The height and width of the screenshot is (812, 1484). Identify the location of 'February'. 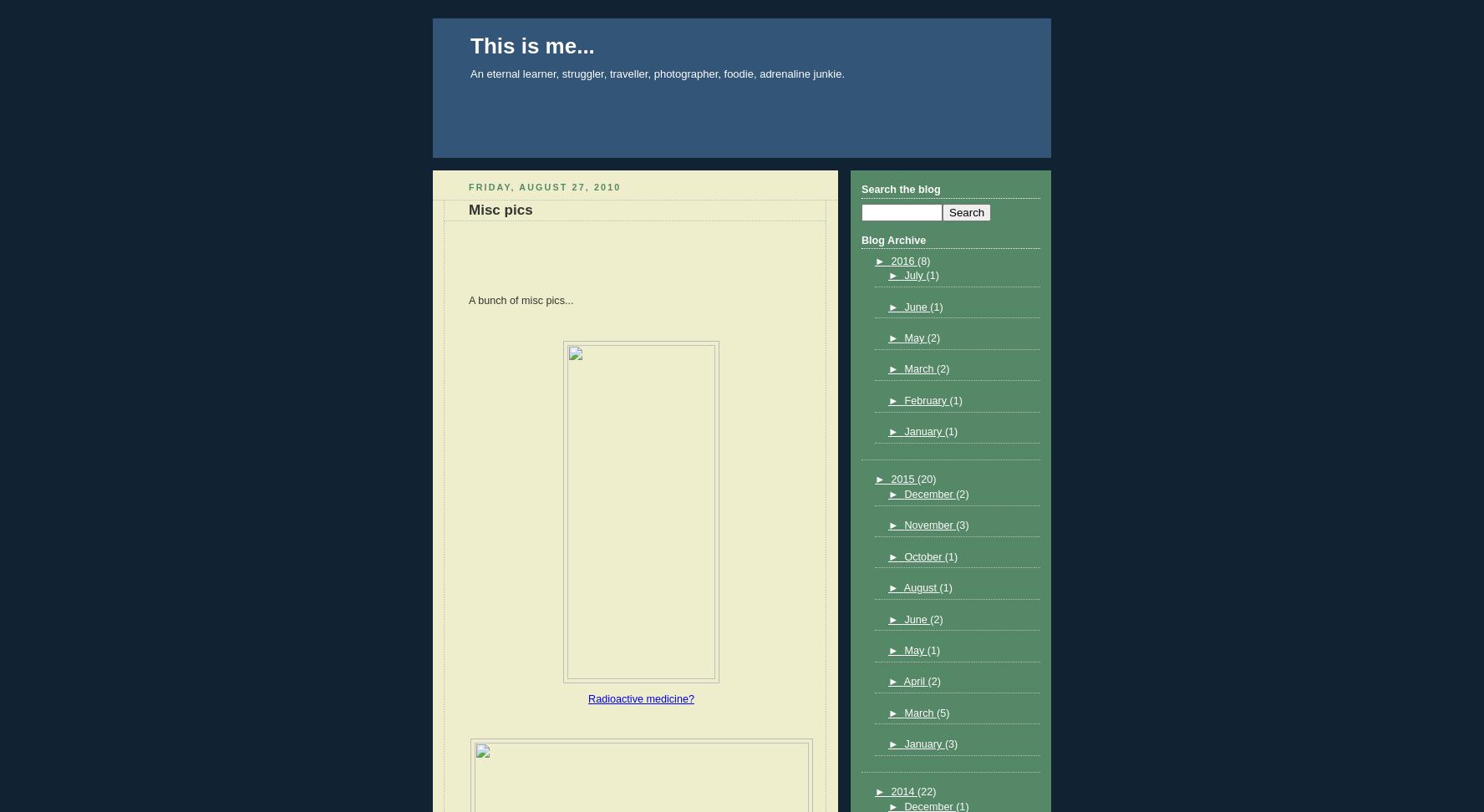
(902, 399).